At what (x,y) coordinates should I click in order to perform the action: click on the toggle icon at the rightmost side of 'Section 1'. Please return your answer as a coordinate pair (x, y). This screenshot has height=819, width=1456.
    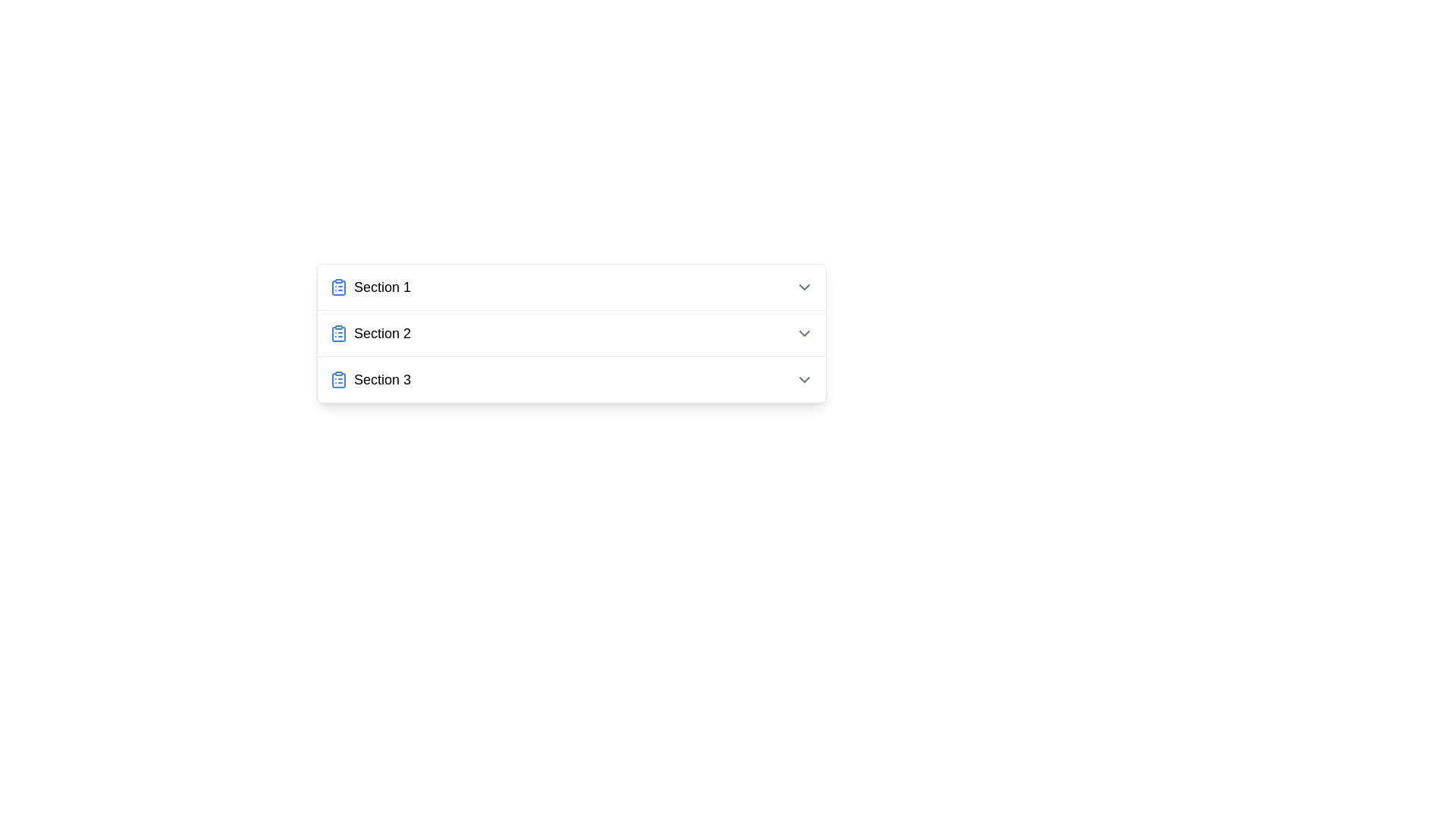
    Looking at the image, I should click on (803, 287).